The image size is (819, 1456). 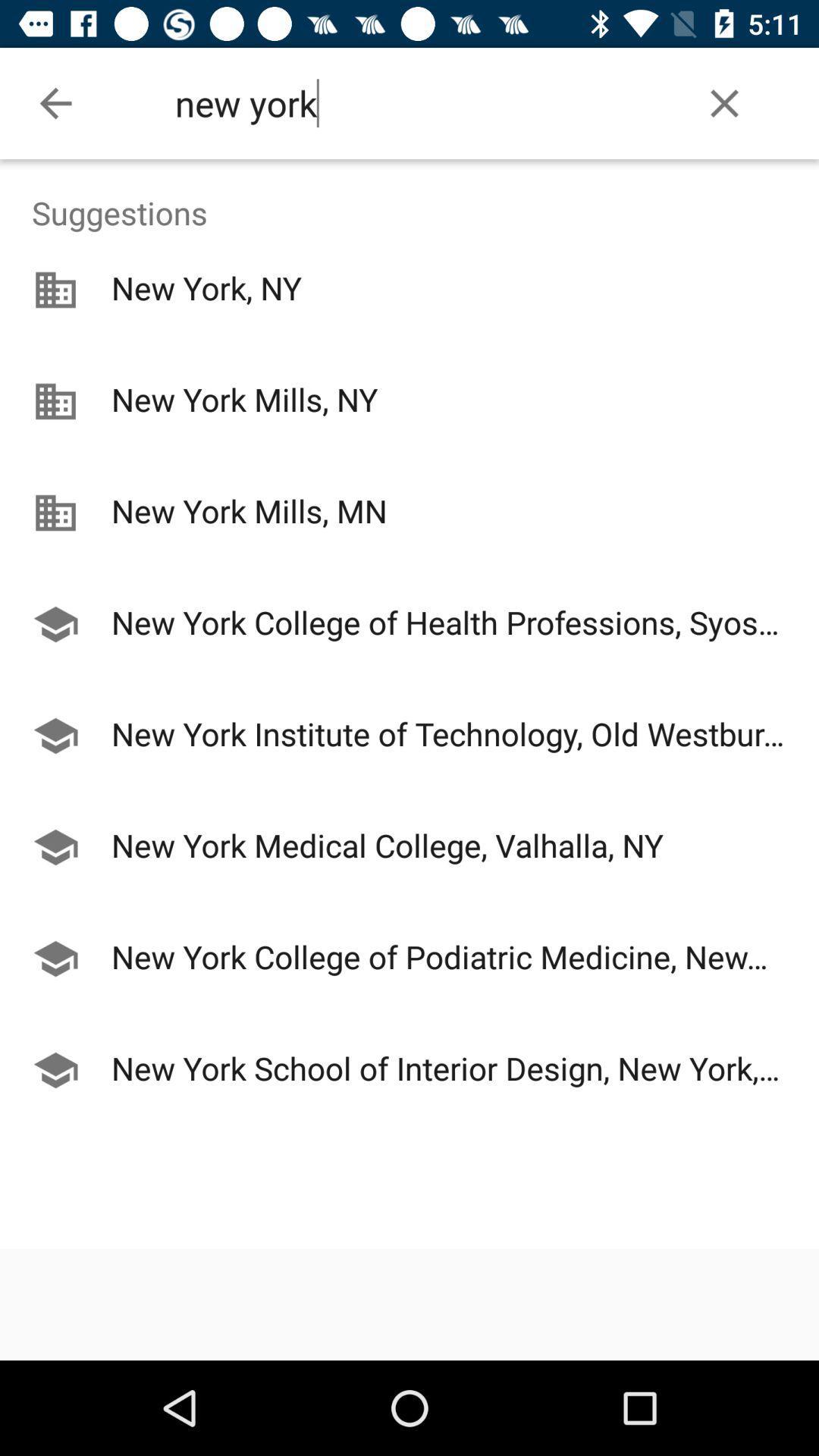 What do you see at coordinates (409, 569) in the screenshot?
I see `icon below suggestions icon` at bounding box center [409, 569].